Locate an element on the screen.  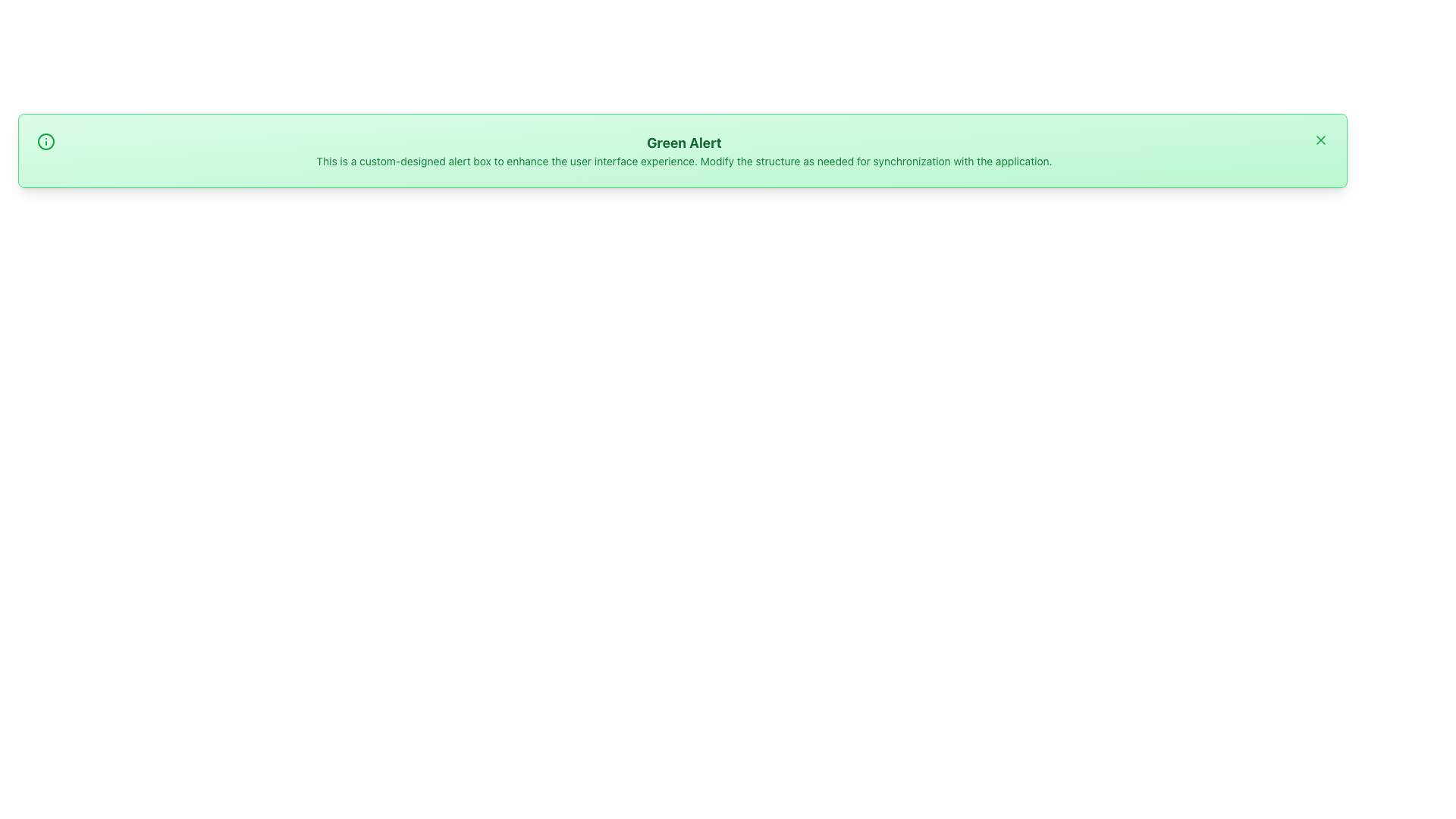
the dismiss button located at the far-right end of the green alert box is located at coordinates (1320, 140).